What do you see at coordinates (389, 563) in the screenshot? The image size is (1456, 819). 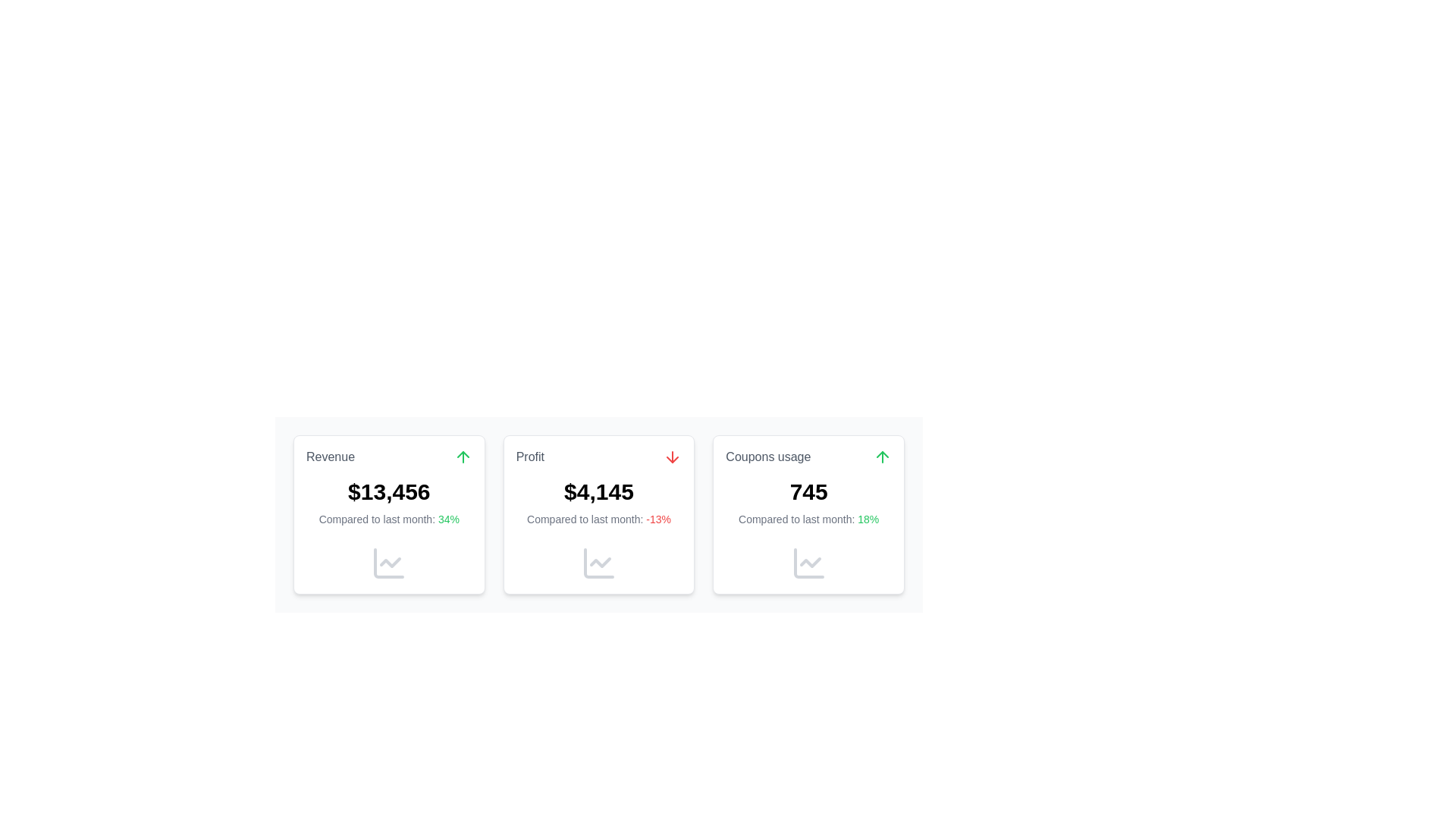 I see `the small bar chart icon located in the bottom right corner of the first card labeled 'Revenue', which is beneath the text '$13,456 Compared to last month: 34%'` at bounding box center [389, 563].